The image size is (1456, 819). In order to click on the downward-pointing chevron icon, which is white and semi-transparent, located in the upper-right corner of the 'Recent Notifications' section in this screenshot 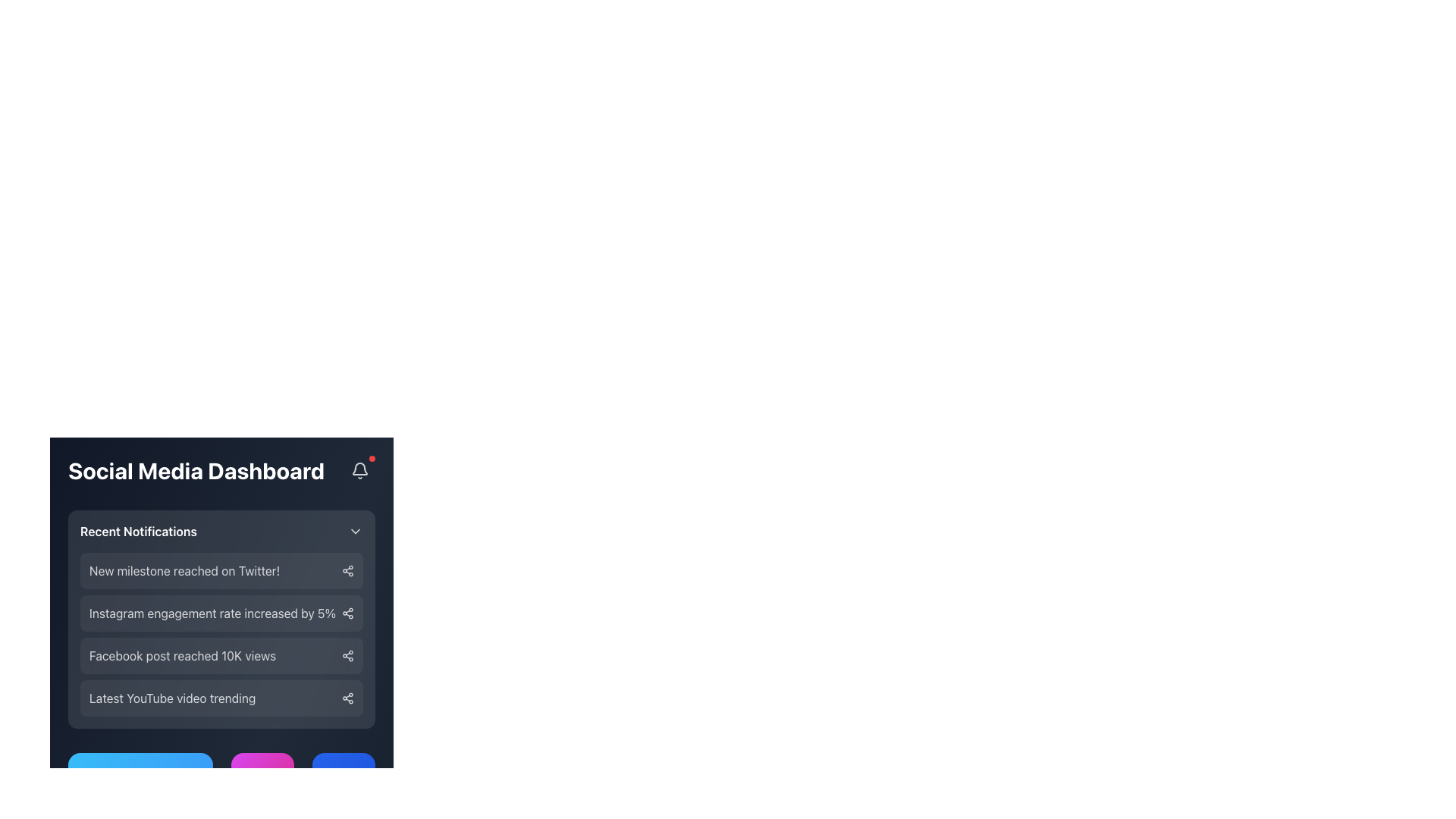, I will do `click(355, 531)`.